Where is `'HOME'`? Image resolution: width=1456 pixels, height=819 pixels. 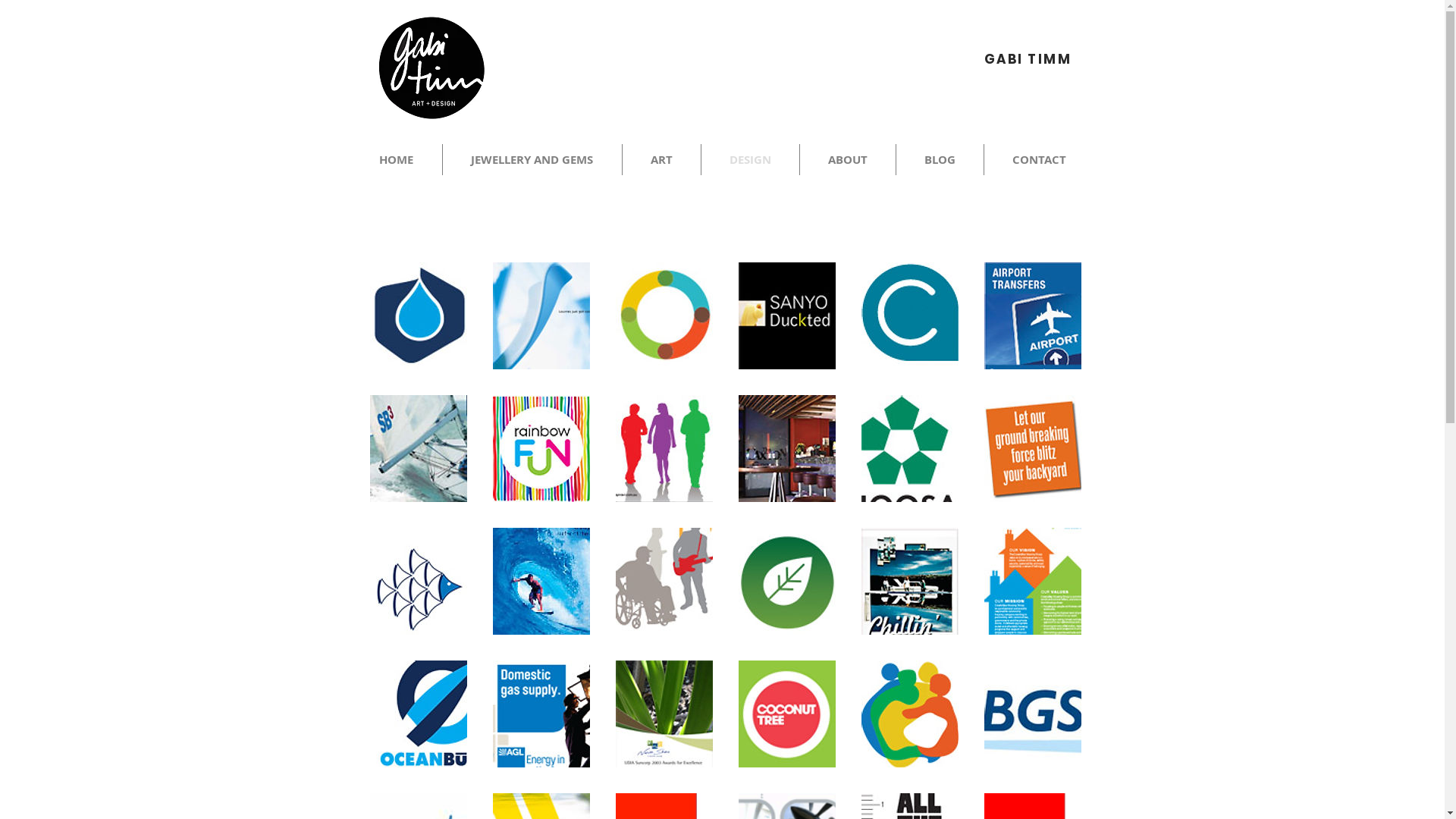
'HOME' is located at coordinates (396, 159).